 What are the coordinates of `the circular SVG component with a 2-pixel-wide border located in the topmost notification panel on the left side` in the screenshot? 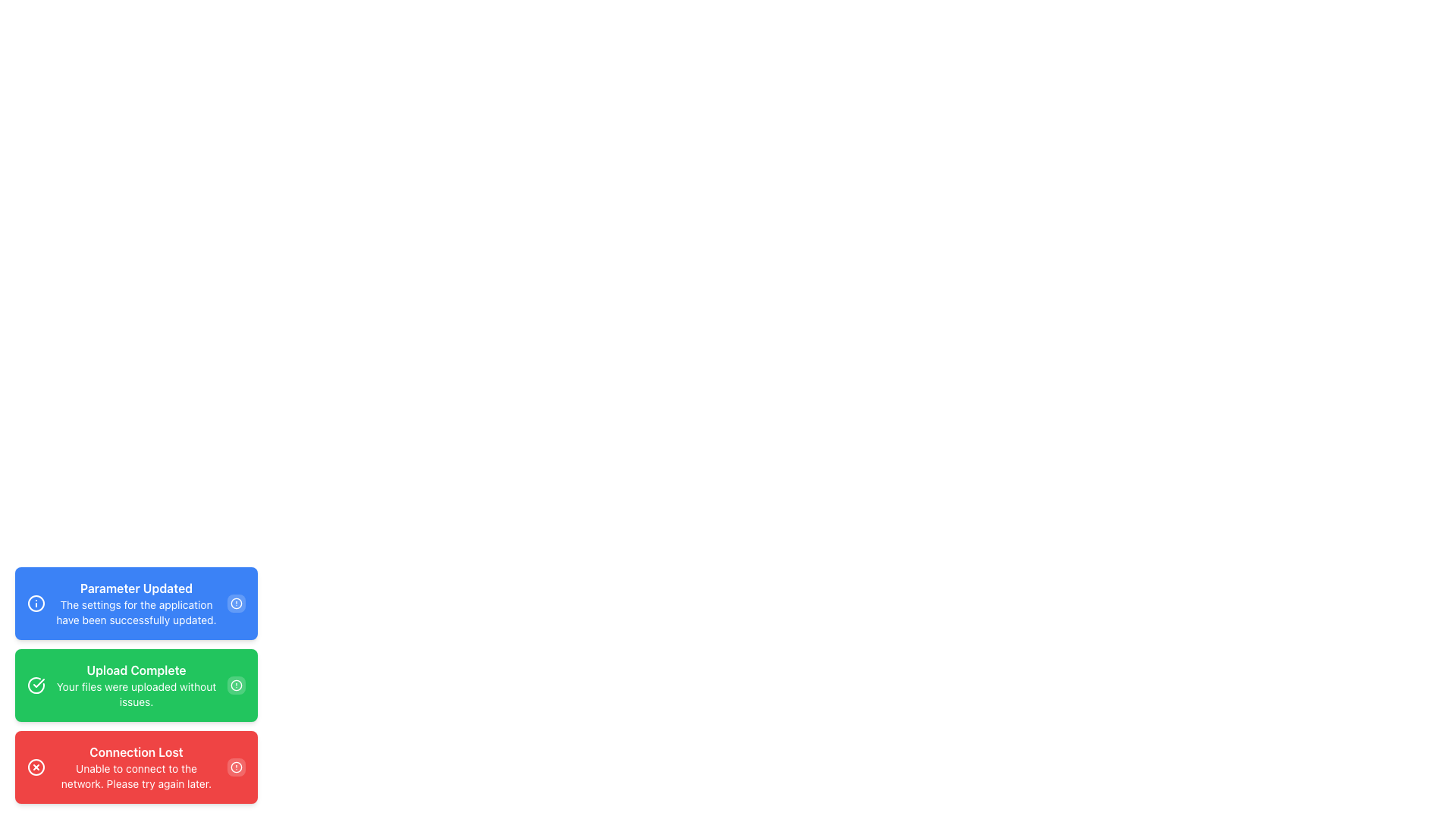 It's located at (36, 602).